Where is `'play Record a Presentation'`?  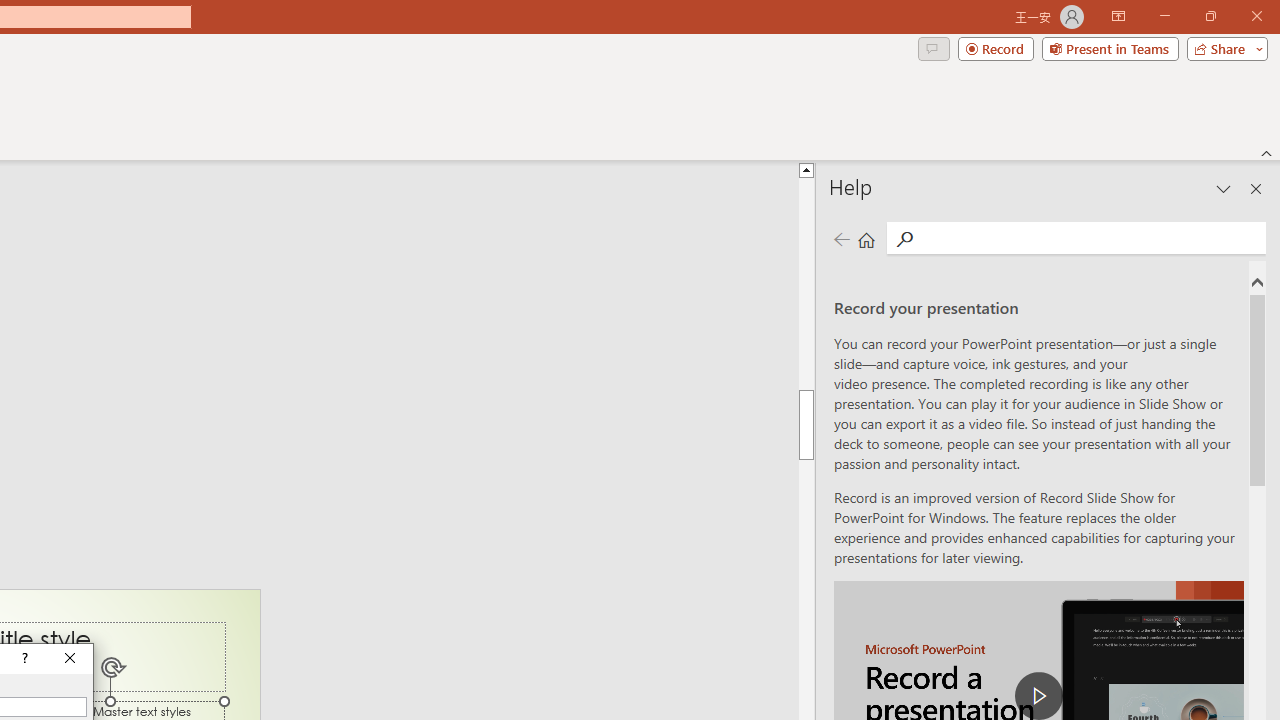 'play Record a Presentation' is located at coordinates (1038, 694).